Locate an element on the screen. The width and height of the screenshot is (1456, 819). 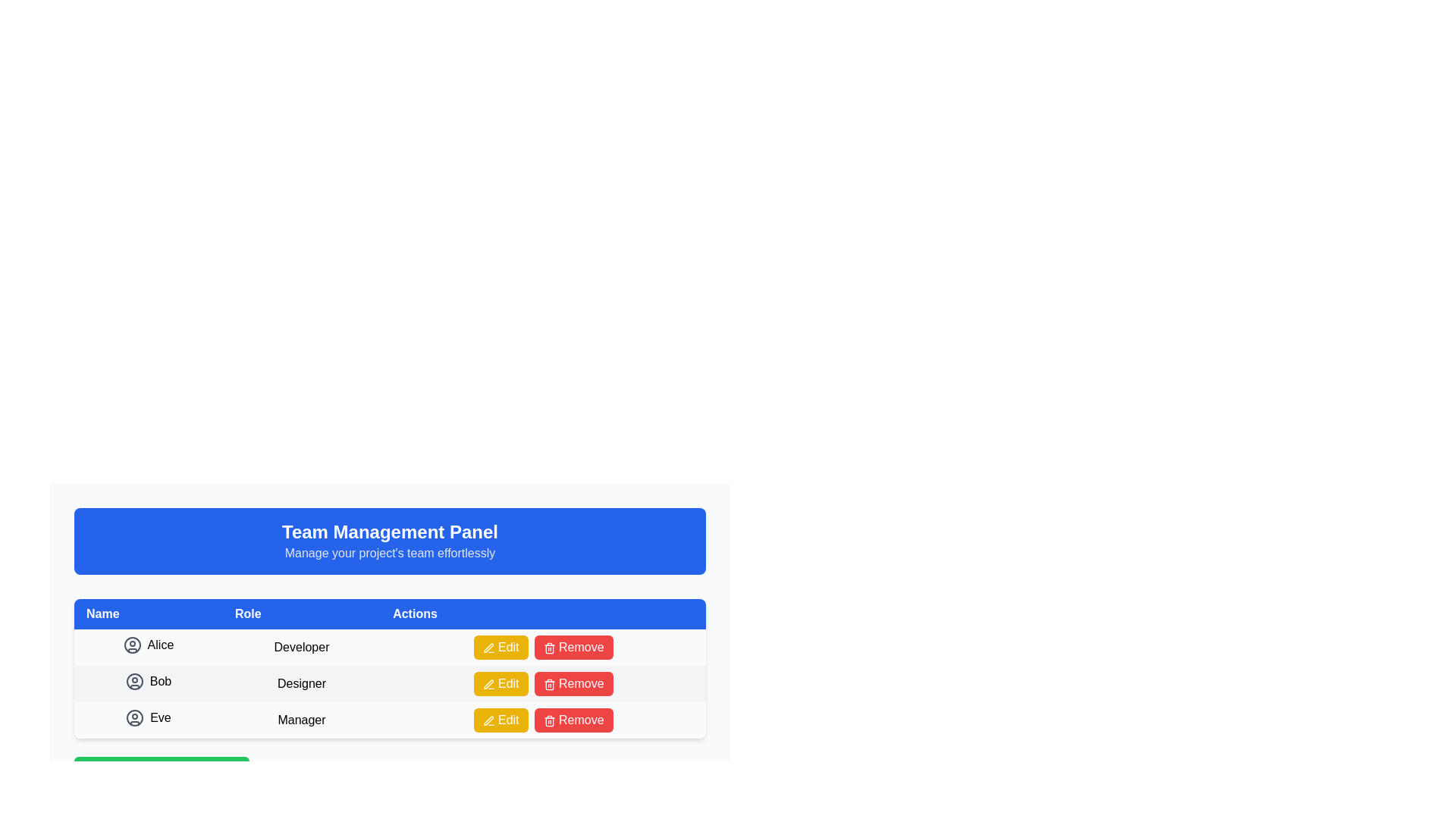
the trash bin icon within the 'Remove' button located in the 'Actions' column of the user roles management table is located at coordinates (548, 648).